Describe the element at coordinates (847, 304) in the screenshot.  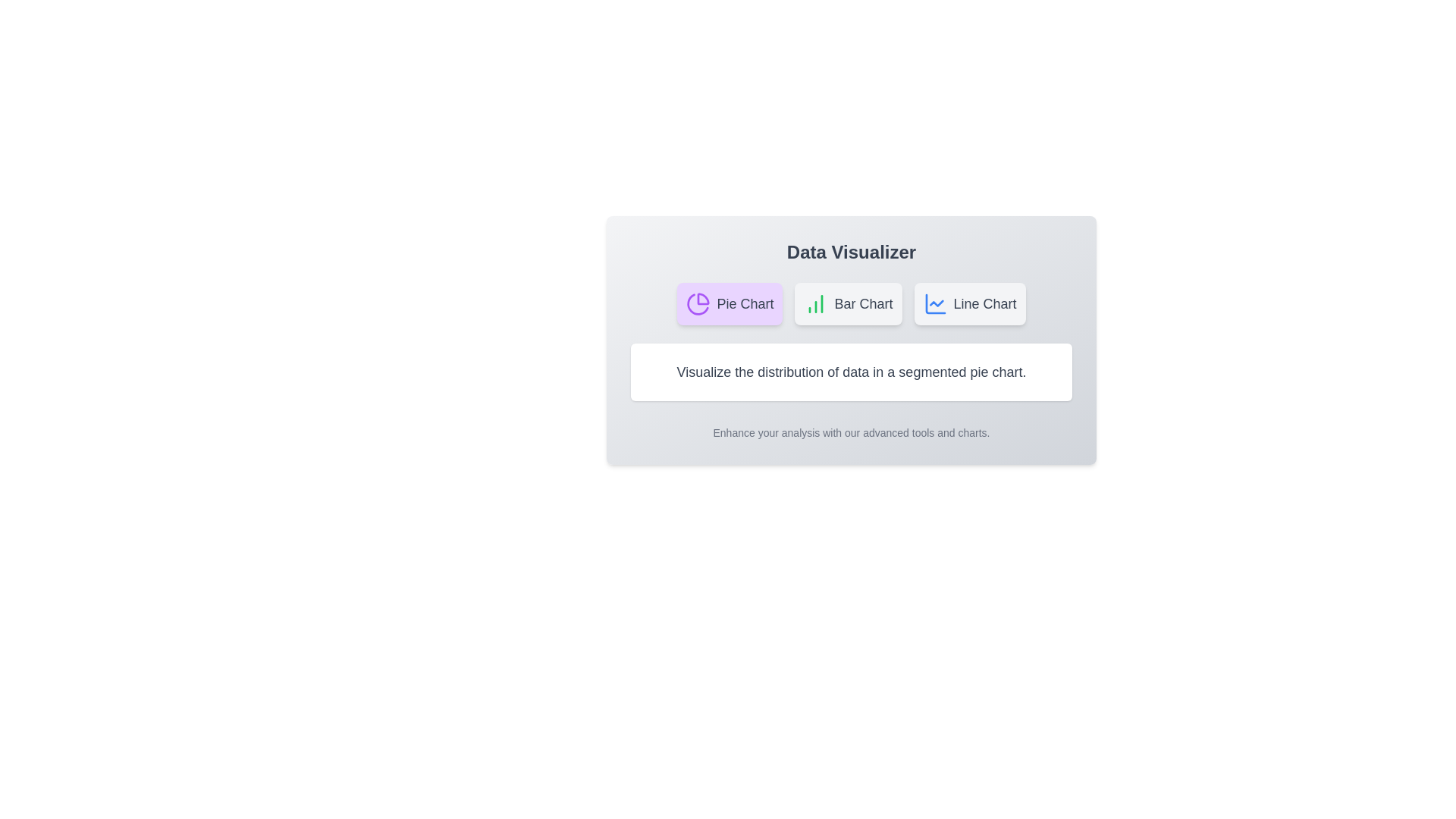
I see `the Bar Chart chart by clicking on the respective tab button` at that location.